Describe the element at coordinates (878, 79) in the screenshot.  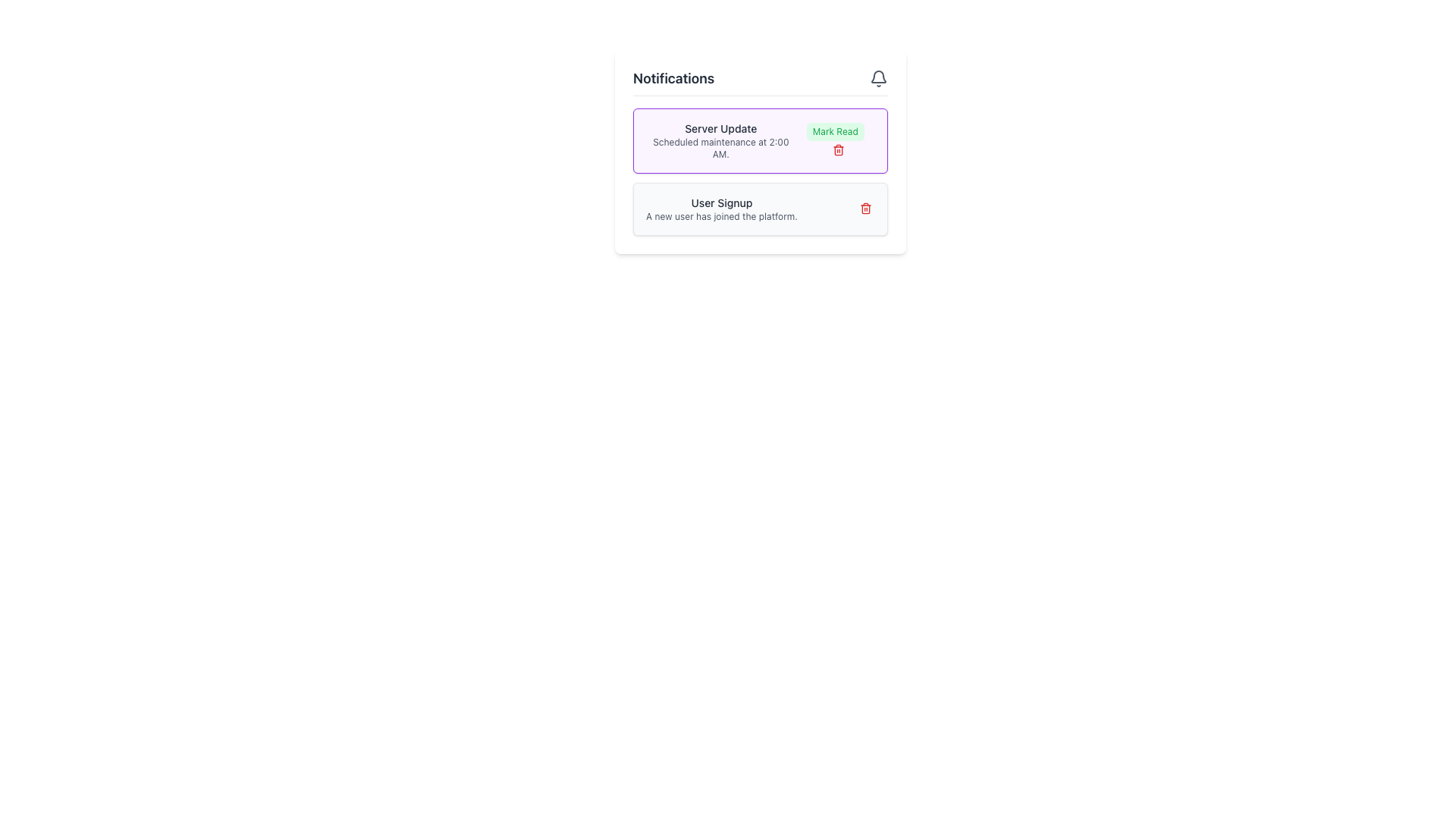
I see `the notification indicator icon located in the upper-right corner of the Notifications panel, next to the text 'Notifications'` at that location.